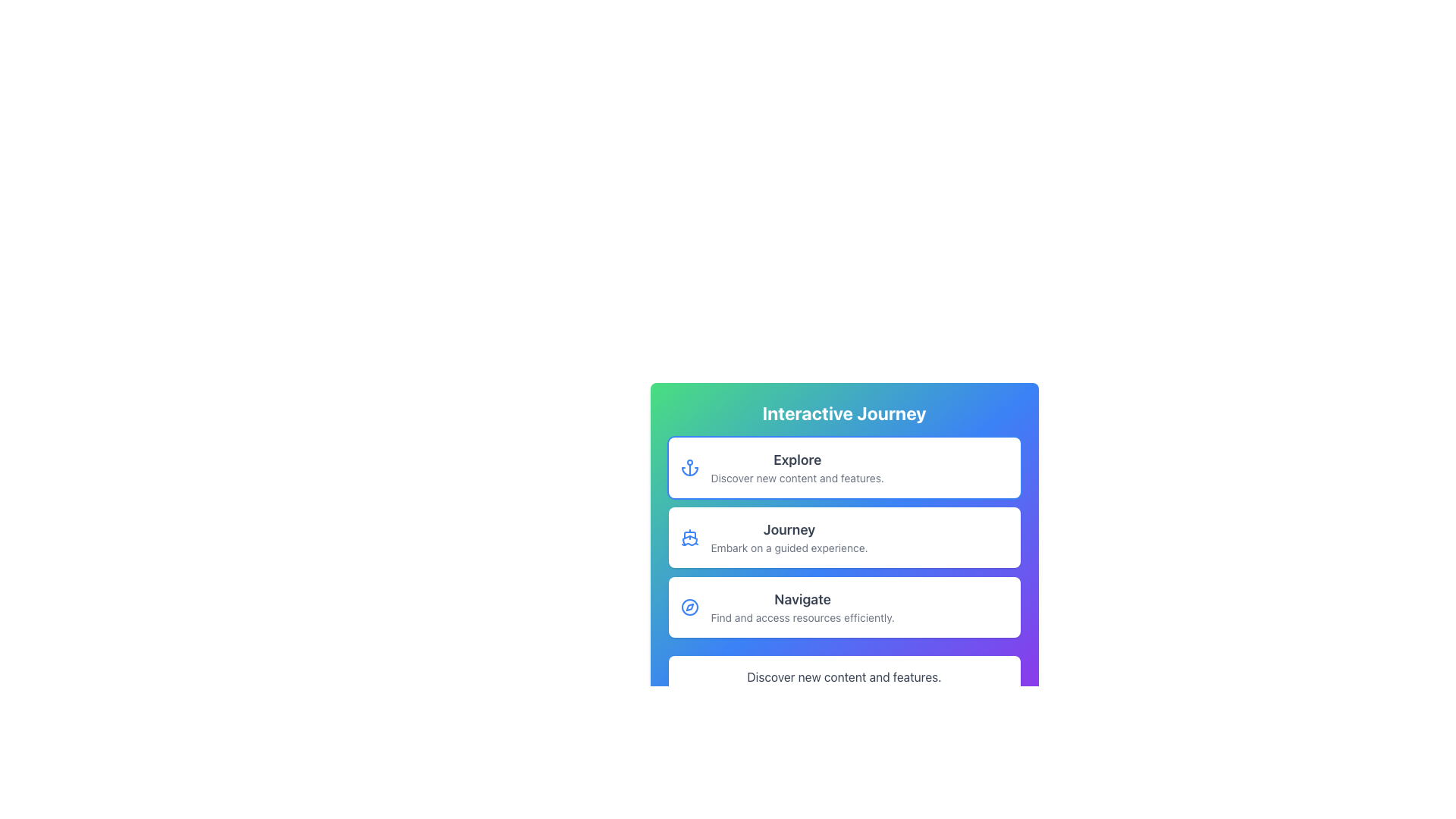 This screenshot has width=1456, height=819. Describe the element at coordinates (802, 607) in the screenshot. I see `text from the Text Block element that features 'Navigate' and 'Find and access resources efficiently.' located under the 'Interactive Journey' section` at that location.